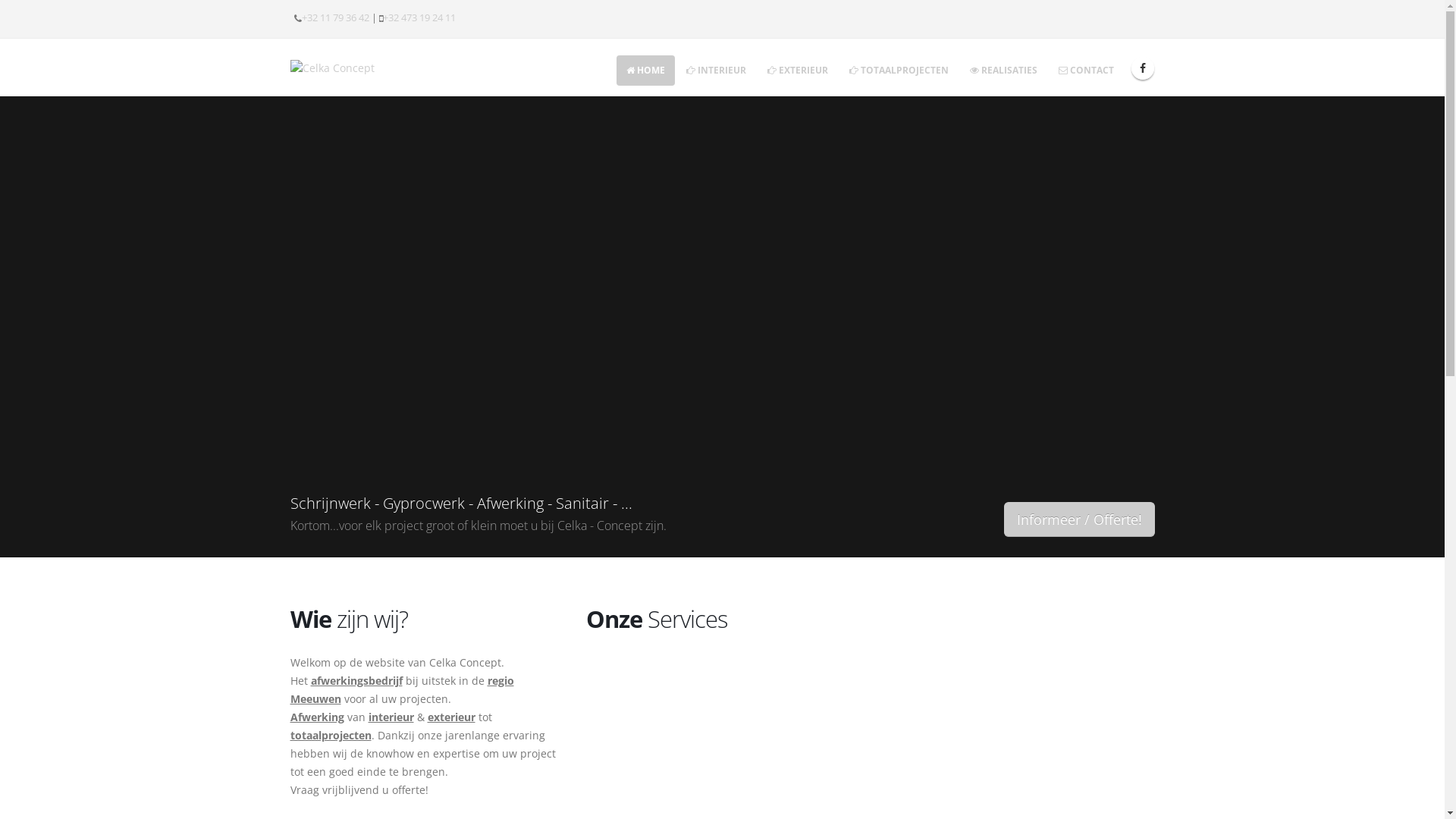 This screenshot has height=819, width=1456. What do you see at coordinates (1084, 70) in the screenshot?
I see `'CONTACT'` at bounding box center [1084, 70].